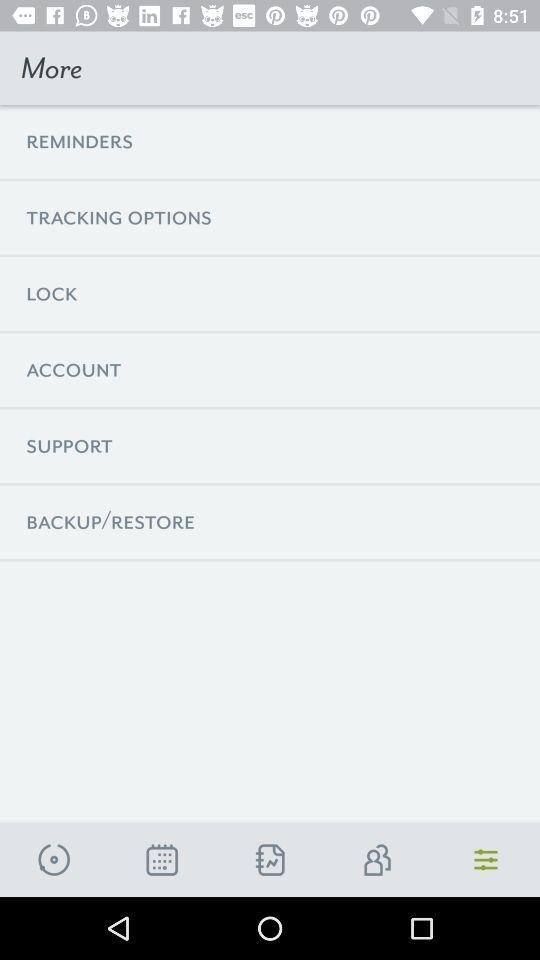  What do you see at coordinates (161, 859) in the screenshot?
I see `show calendar` at bounding box center [161, 859].